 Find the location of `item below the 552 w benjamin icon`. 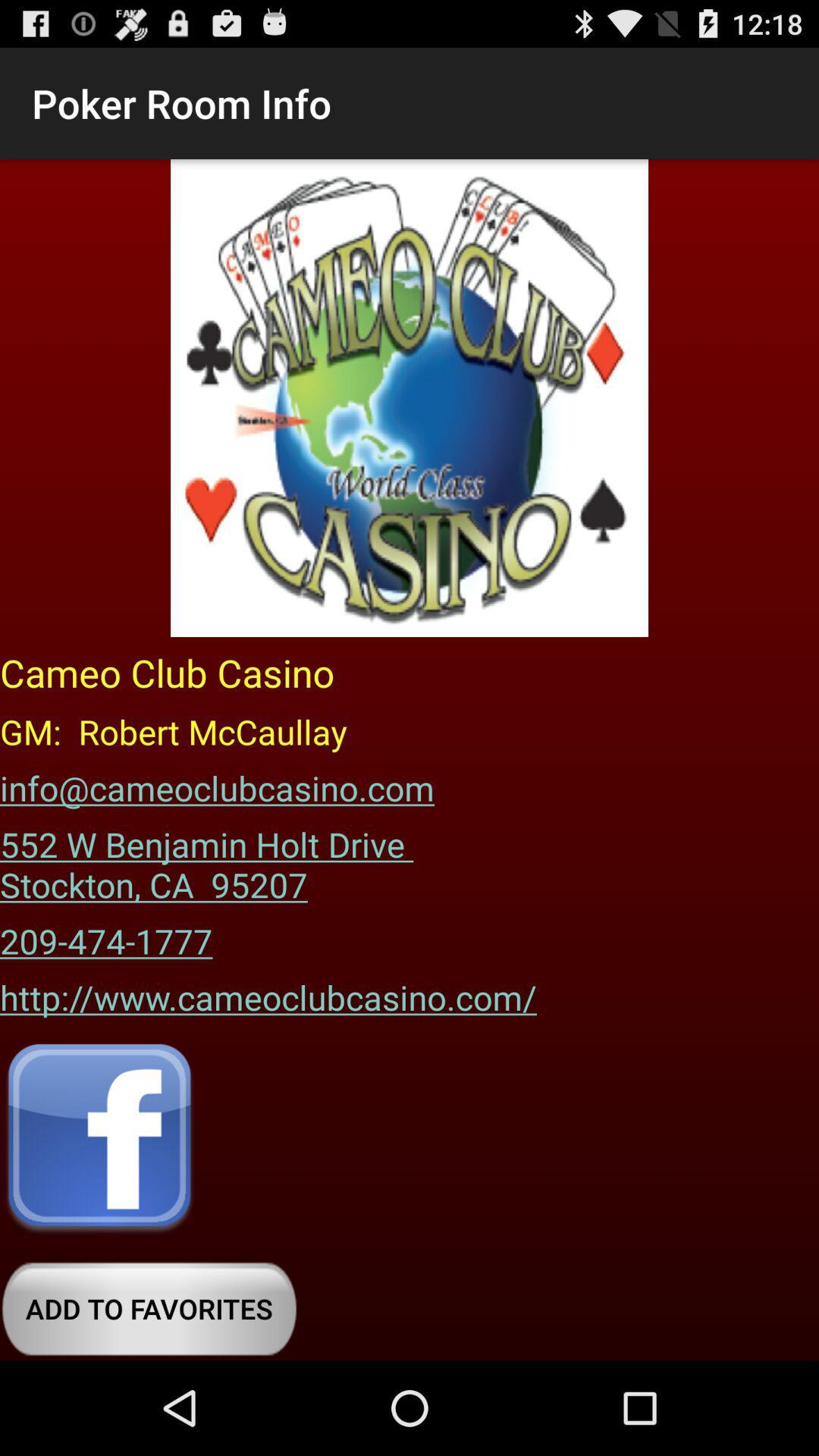

item below the 552 w benjamin icon is located at coordinates (105, 935).